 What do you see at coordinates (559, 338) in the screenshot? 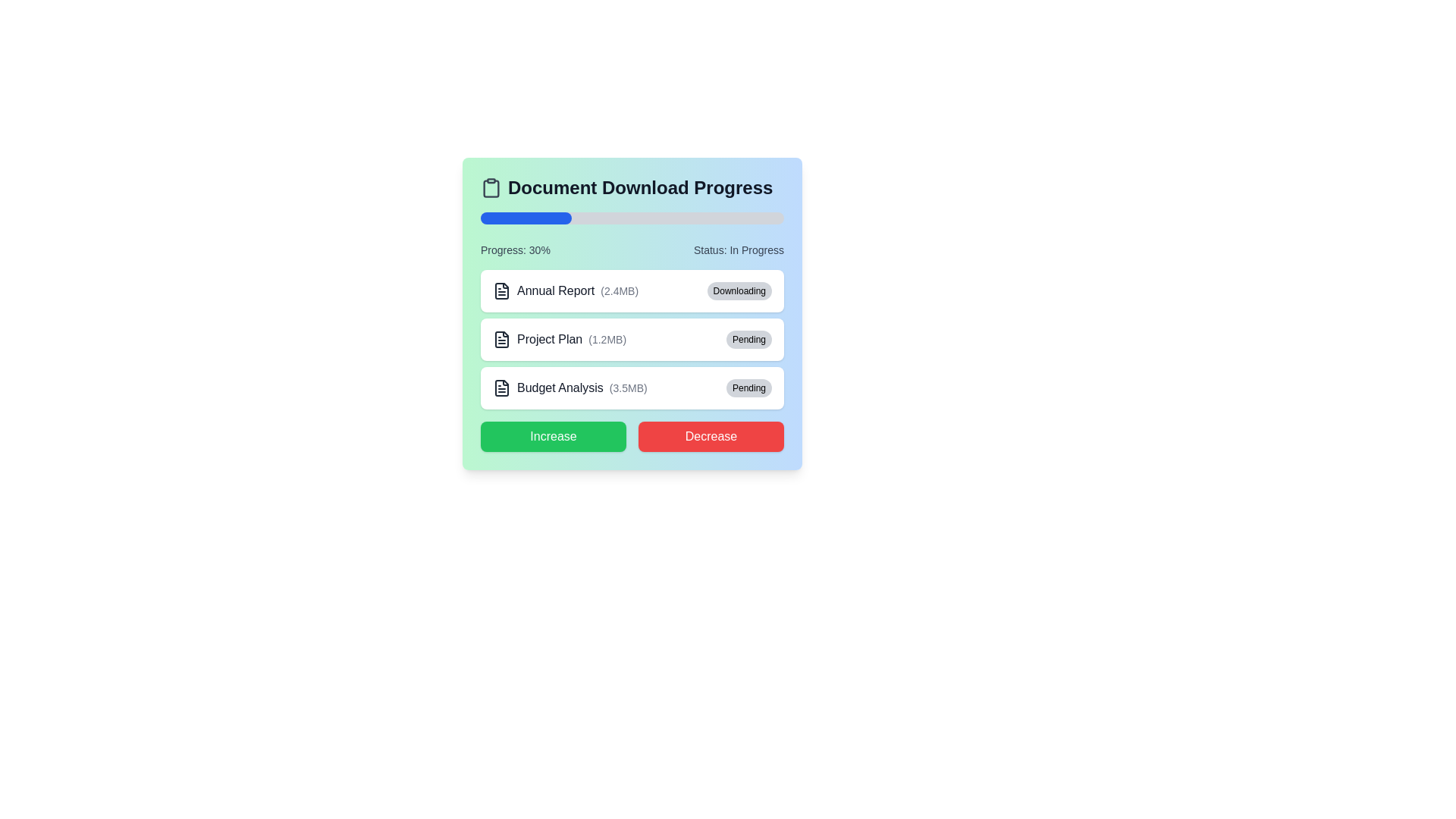
I see `the 'Project Plan' label element, which is part of the download options in the 'Document Download Progress' panel, situated between 'Annual Report' and 'Budget Analysis'` at bounding box center [559, 338].